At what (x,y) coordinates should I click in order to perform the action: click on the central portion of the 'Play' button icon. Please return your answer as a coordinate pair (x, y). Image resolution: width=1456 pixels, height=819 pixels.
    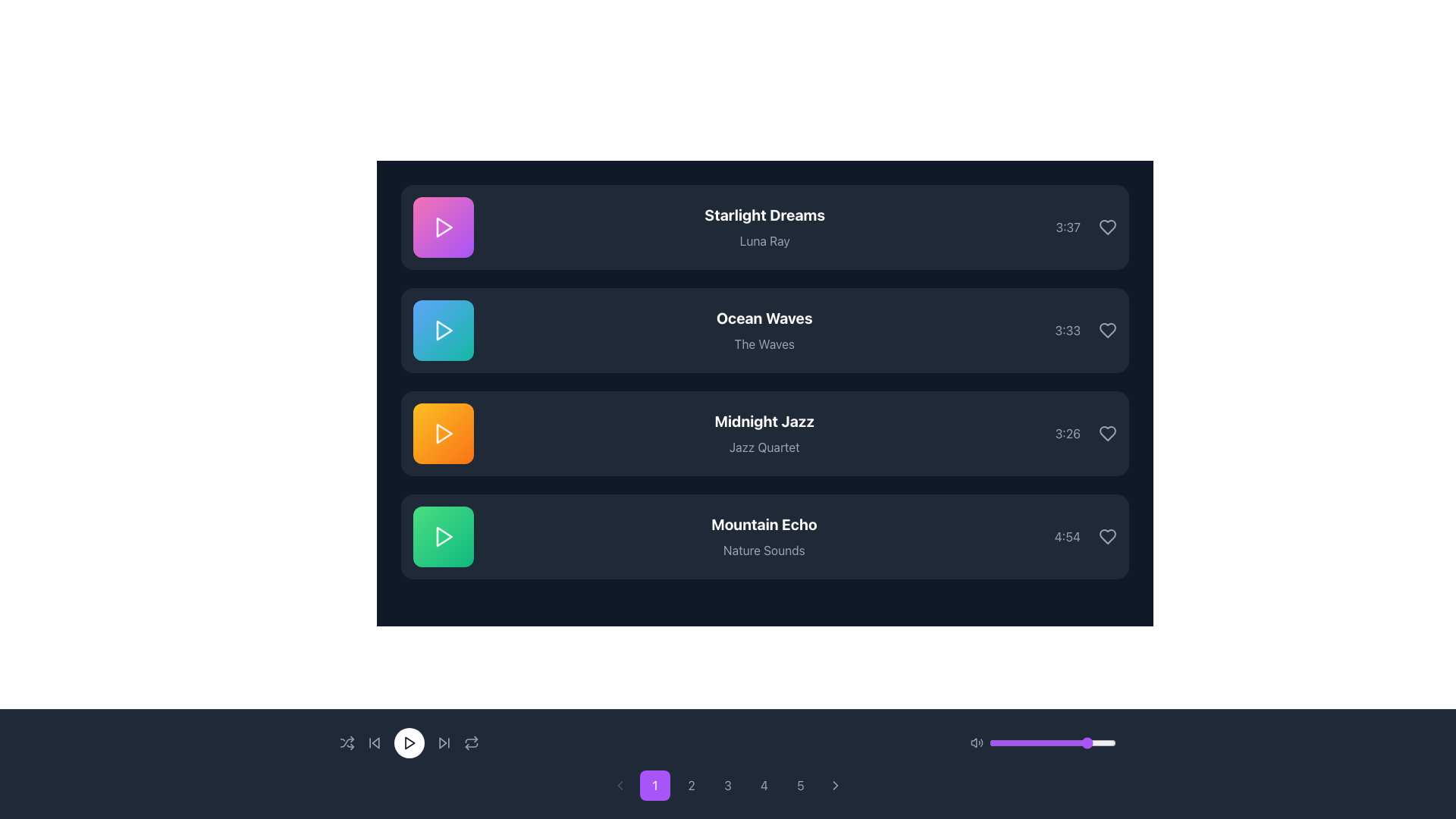
    Looking at the image, I should click on (409, 742).